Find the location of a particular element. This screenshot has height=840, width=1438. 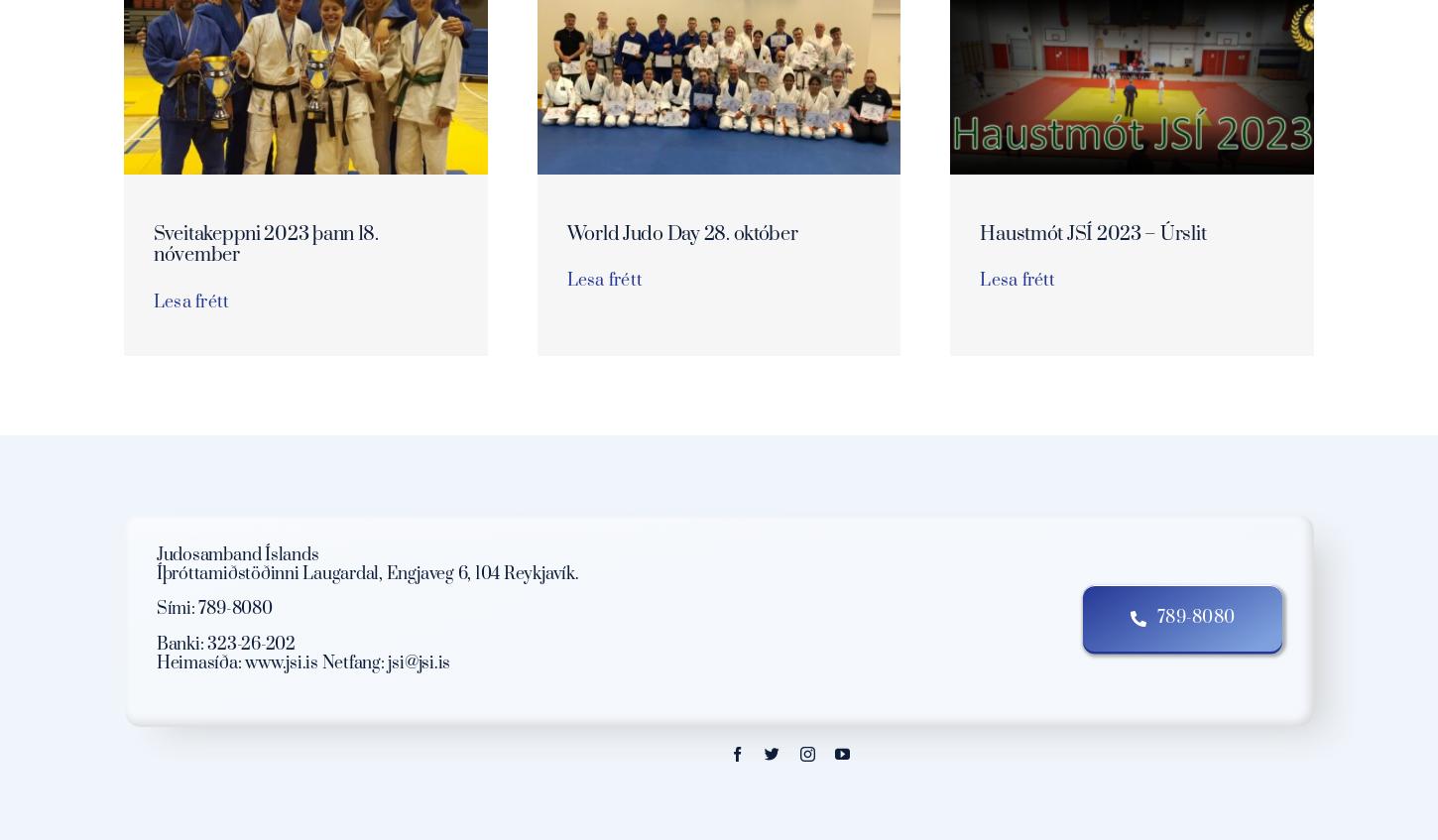

'Íþróttamiðstöðinni Laugardal, Engjaveg 6, 104 Reykjavík.' is located at coordinates (155, 574).